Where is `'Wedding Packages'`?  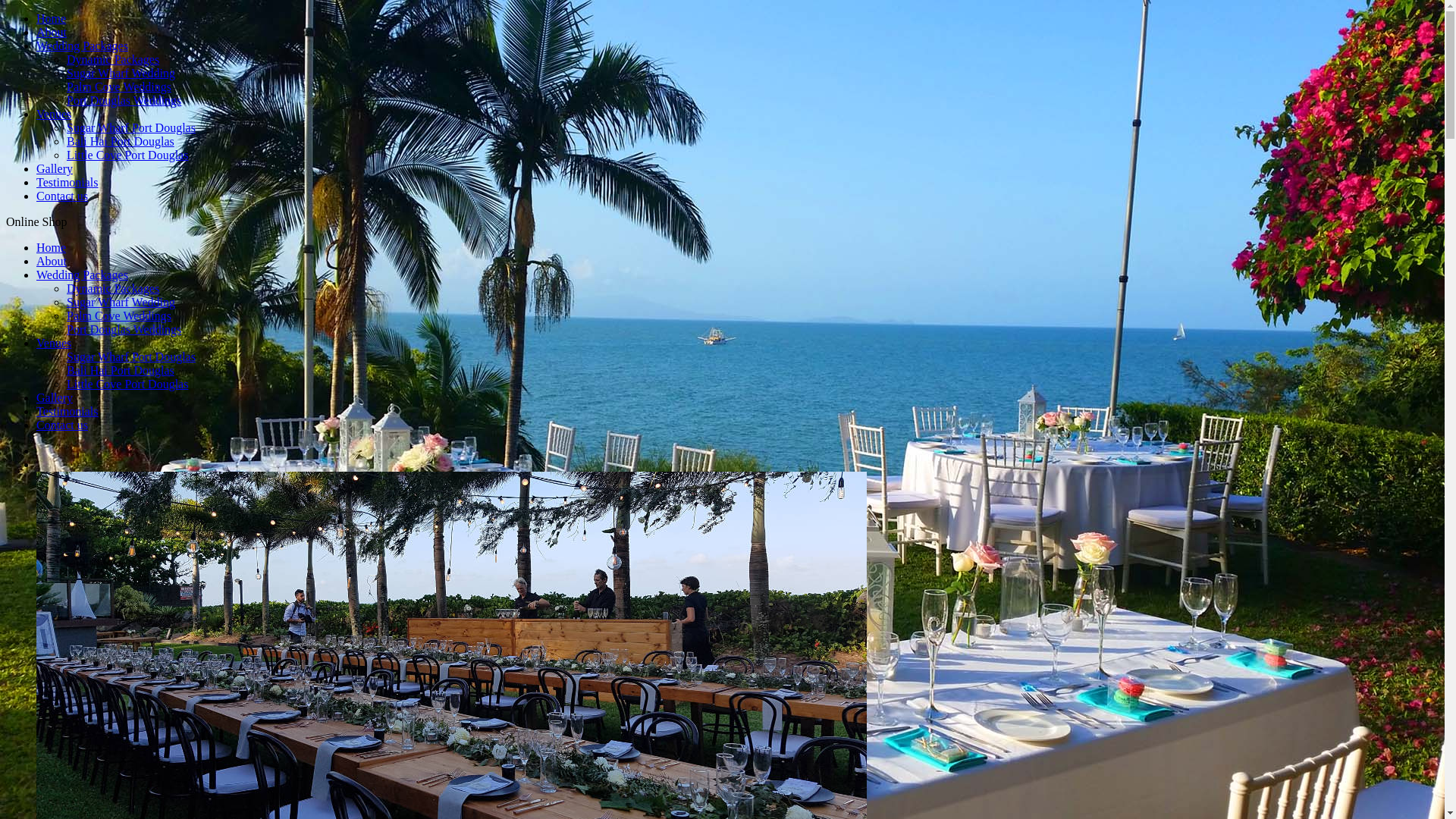
'Wedding Packages' is located at coordinates (81, 45).